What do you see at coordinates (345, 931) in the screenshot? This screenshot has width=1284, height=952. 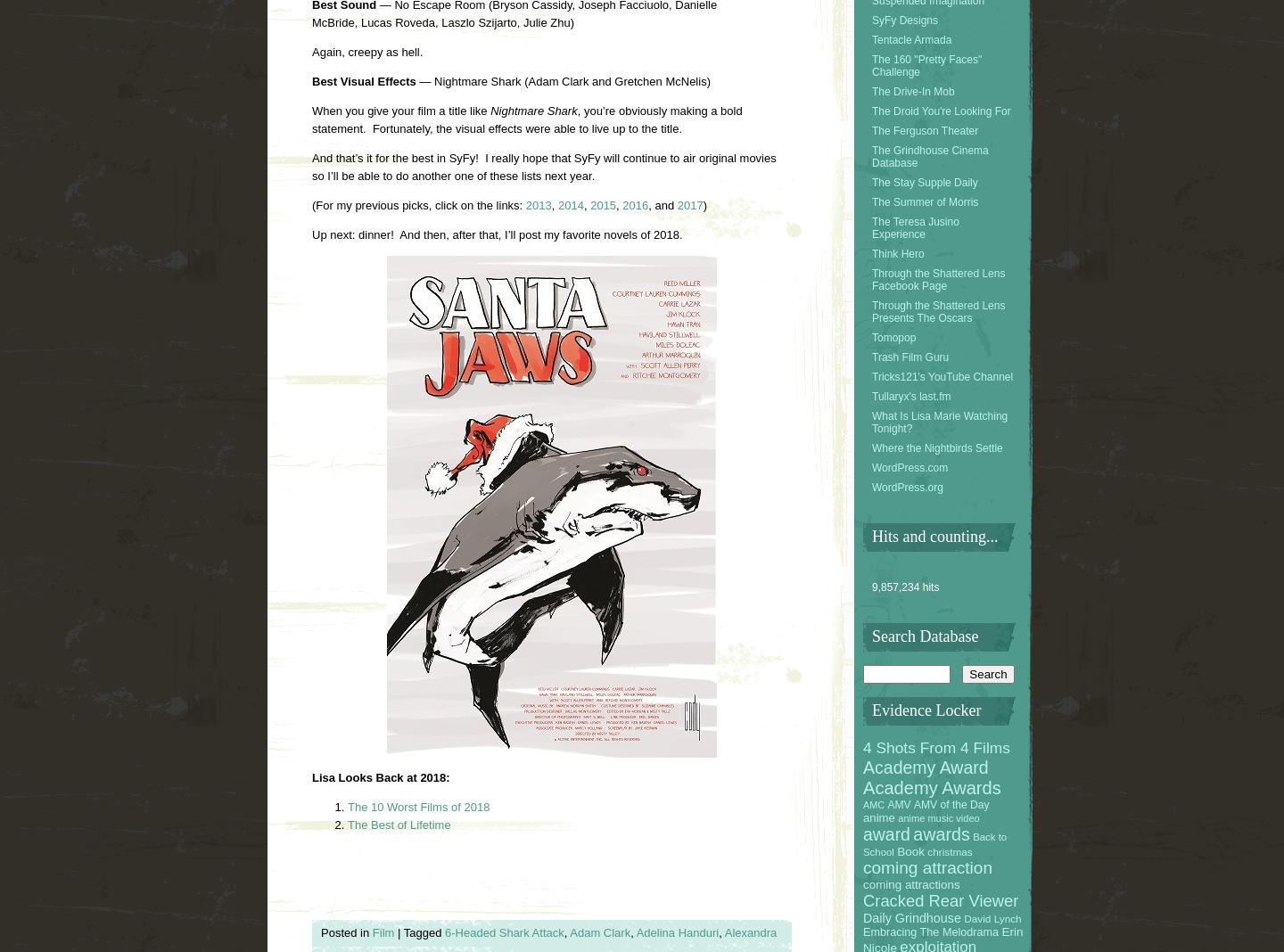 I see `'Posted in'` at bounding box center [345, 931].